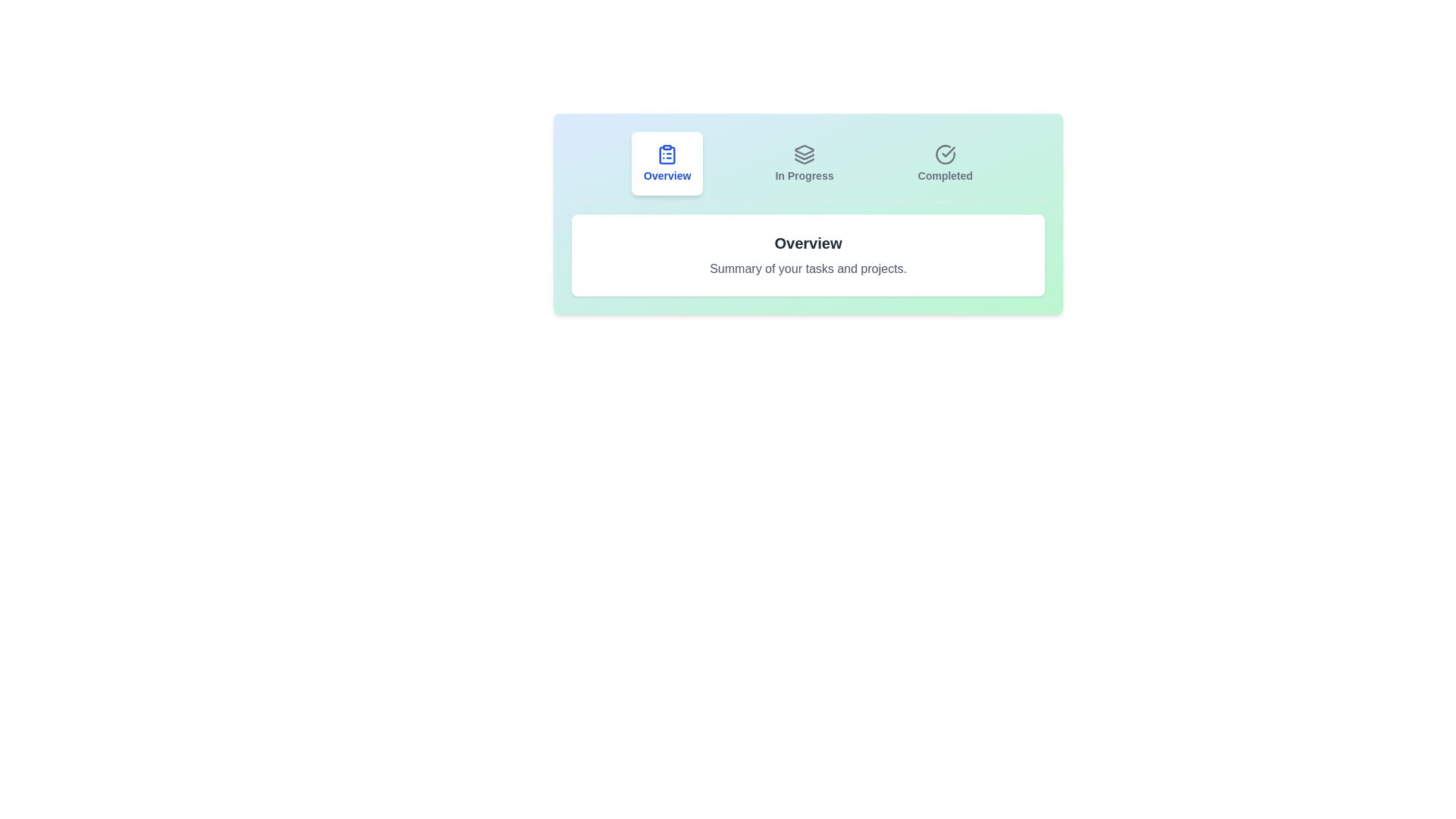  What do you see at coordinates (803, 164) in the screenshot?
I see `the tab labeled In Progress to view its summary text` at bounding box center [803, 164].